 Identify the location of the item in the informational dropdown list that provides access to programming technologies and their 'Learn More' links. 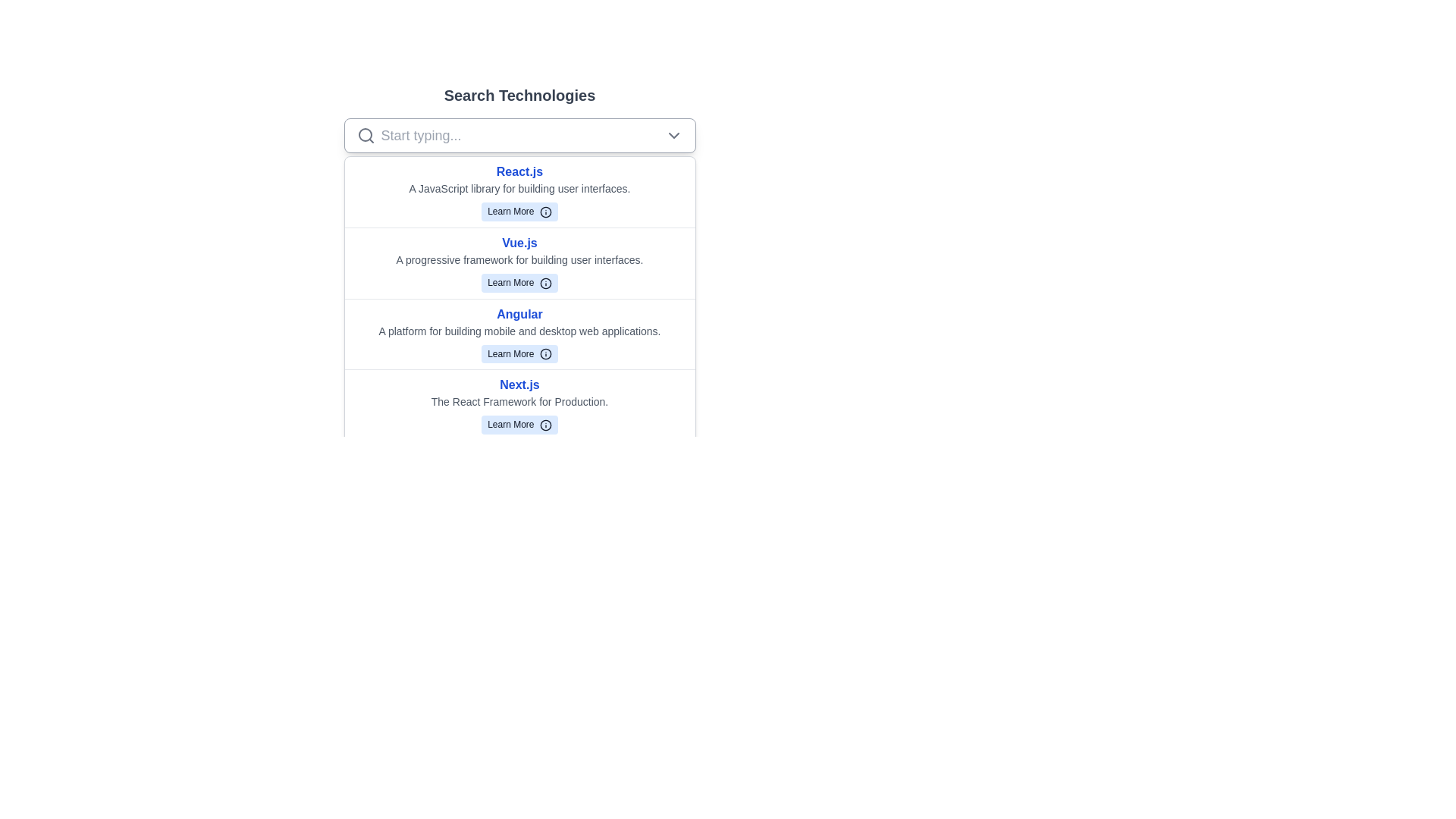
(519, 334).